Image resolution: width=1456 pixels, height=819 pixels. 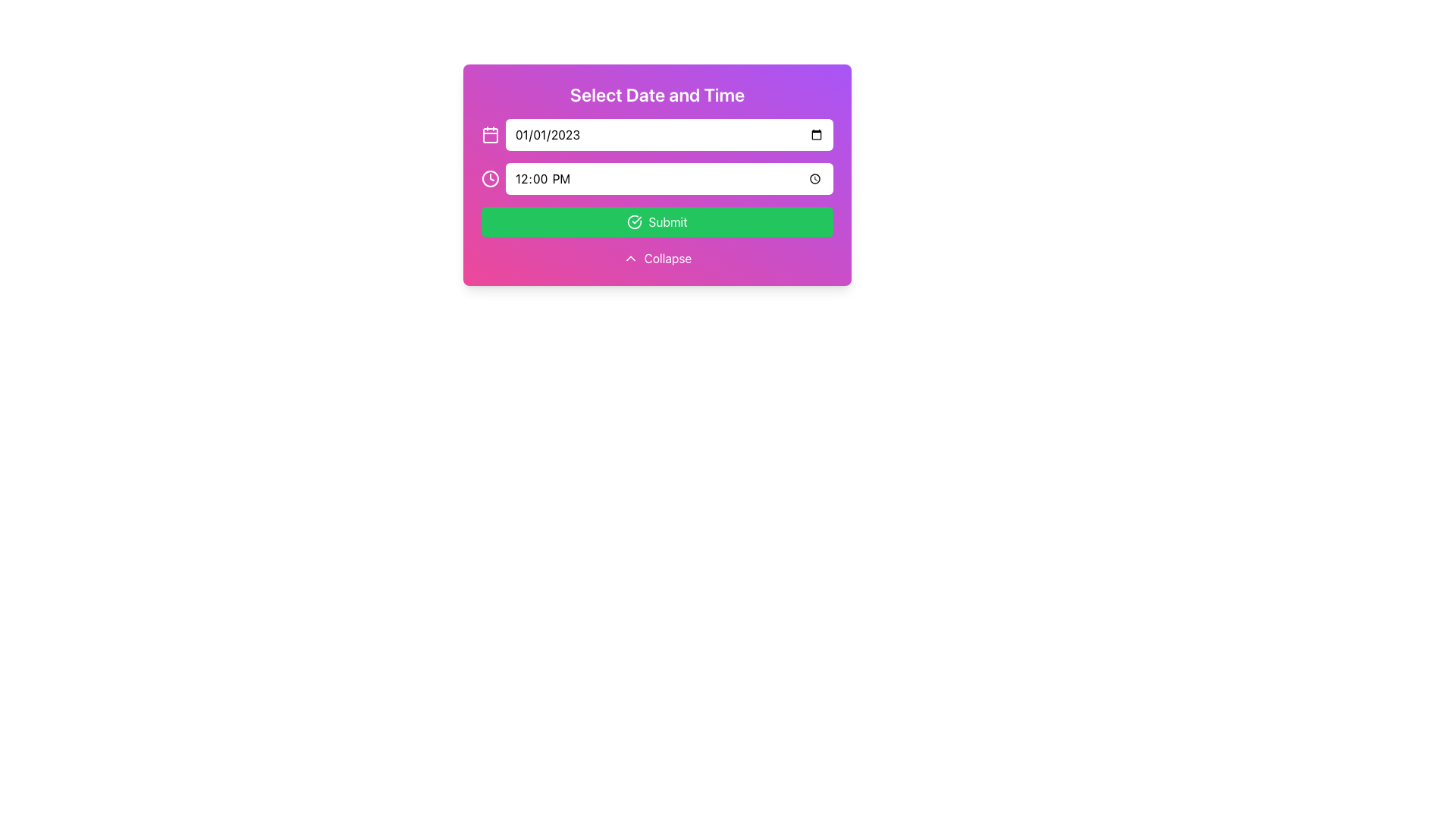 What do you see at coordinates (491, 133) in the screenshot?
I see `the small square-shaped calendar icon located to the left of the date input field labeled '01/01/2023' in the 'Select Date and Time' form` at bounding box center [491, 133].